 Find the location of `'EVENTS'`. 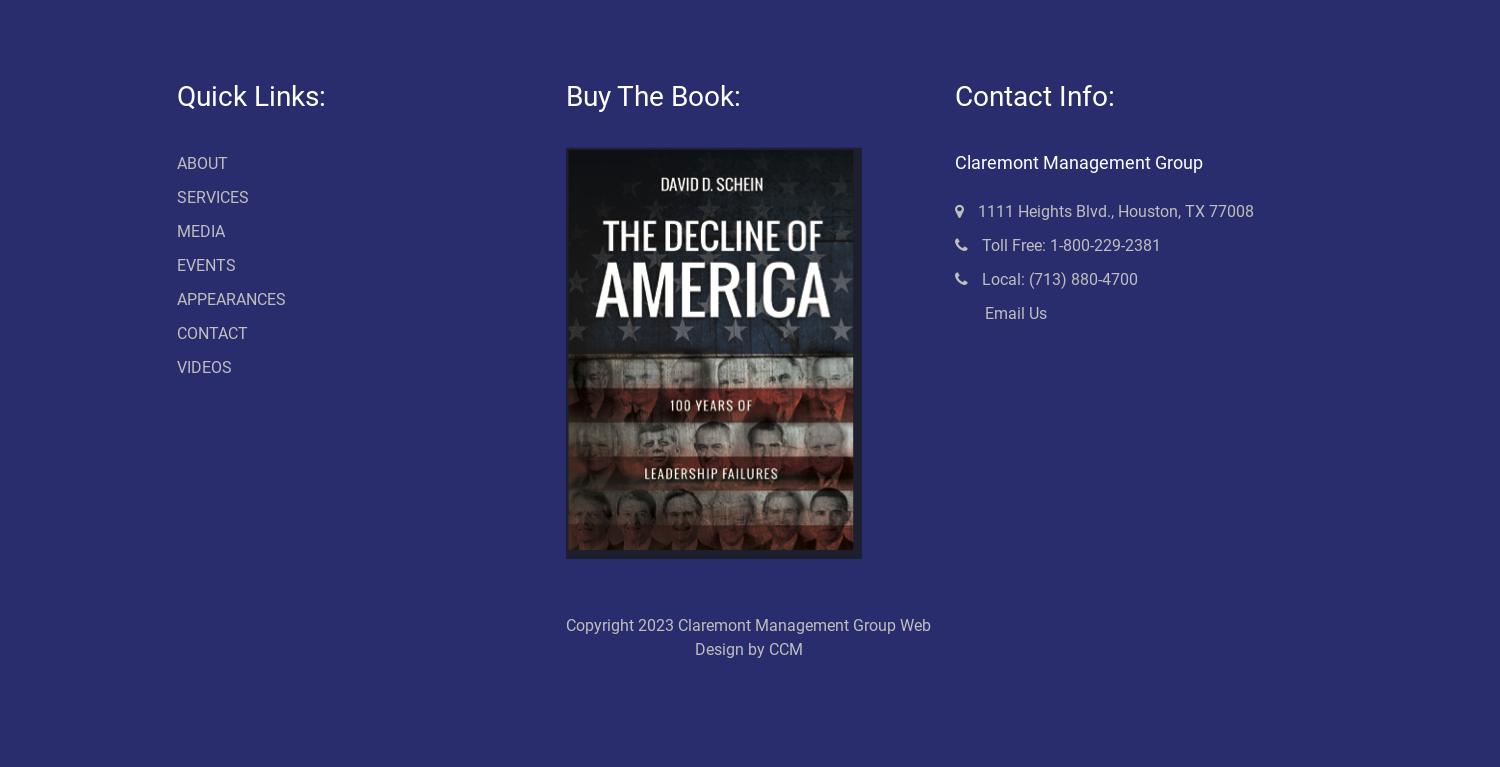

'EVENTS' is located at coordinates (204, 265).